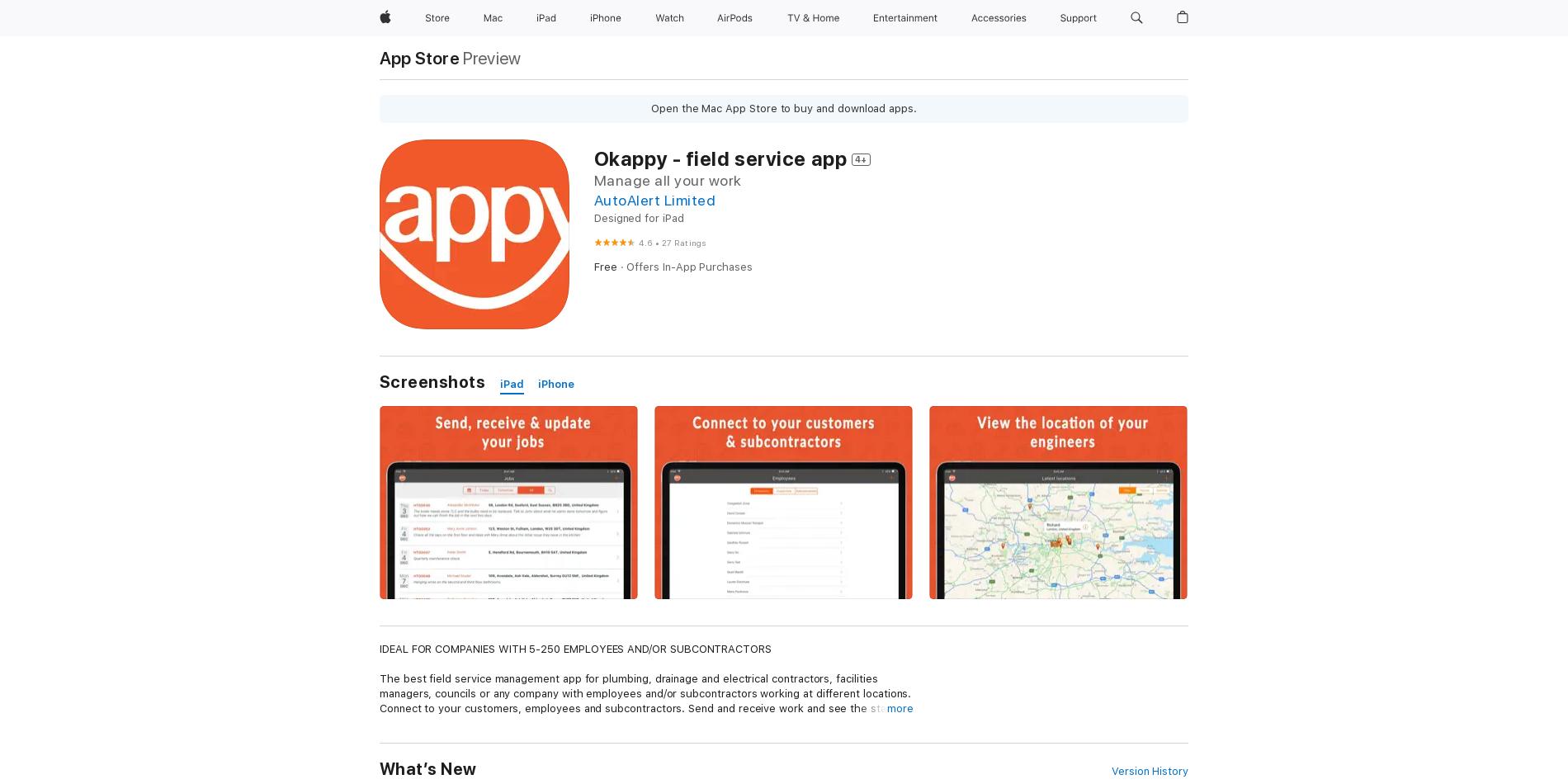 The height and width of the screenshot is (784, 1568). Describe the element at coordinates (719, 158) in the screenshot. I see `'Okappy - field service app'` at that location.